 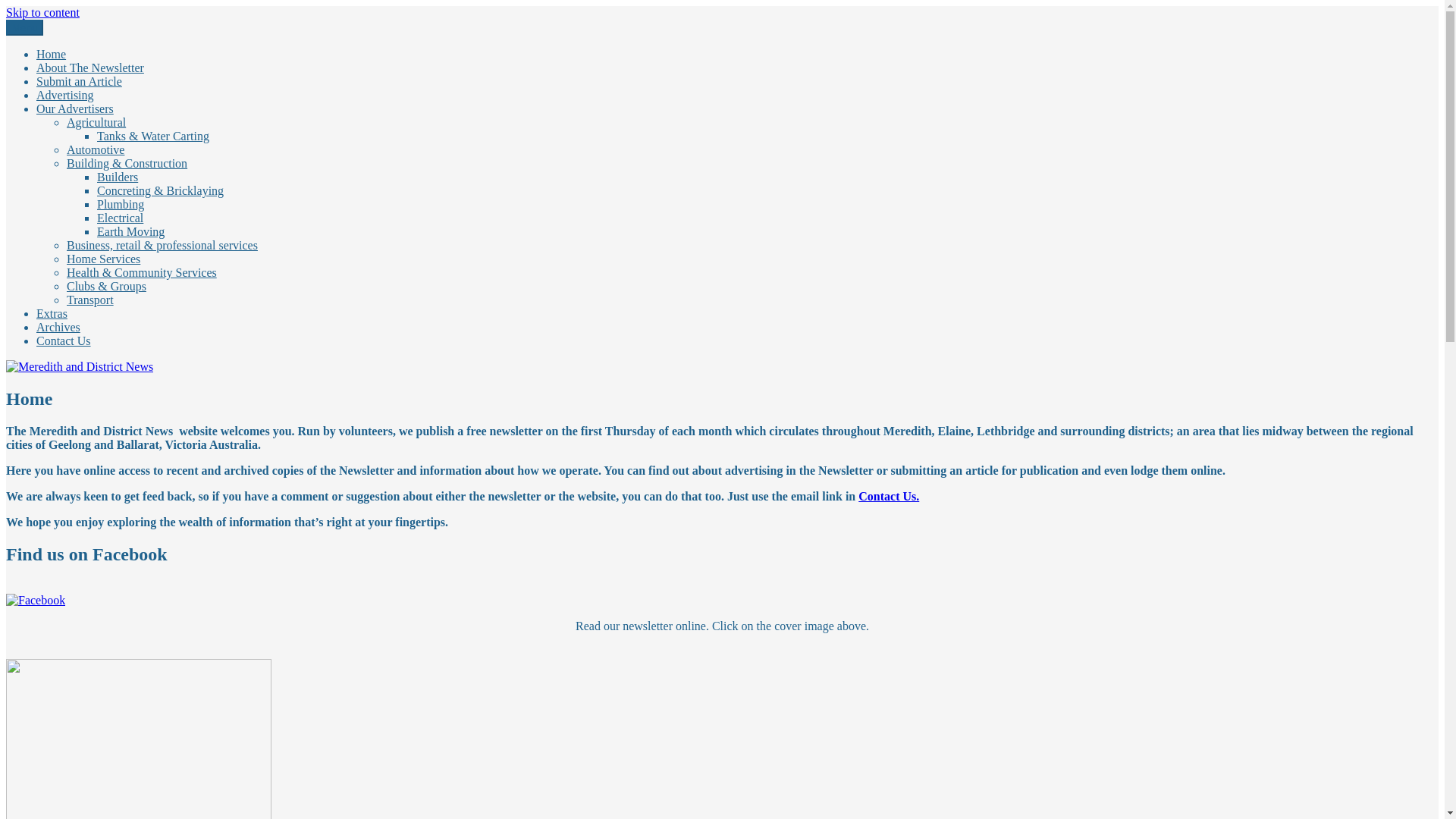 What do you see at coordinates (51, 53) in the screenshot?
I see `'Home'` at bounding box center [51, 53].